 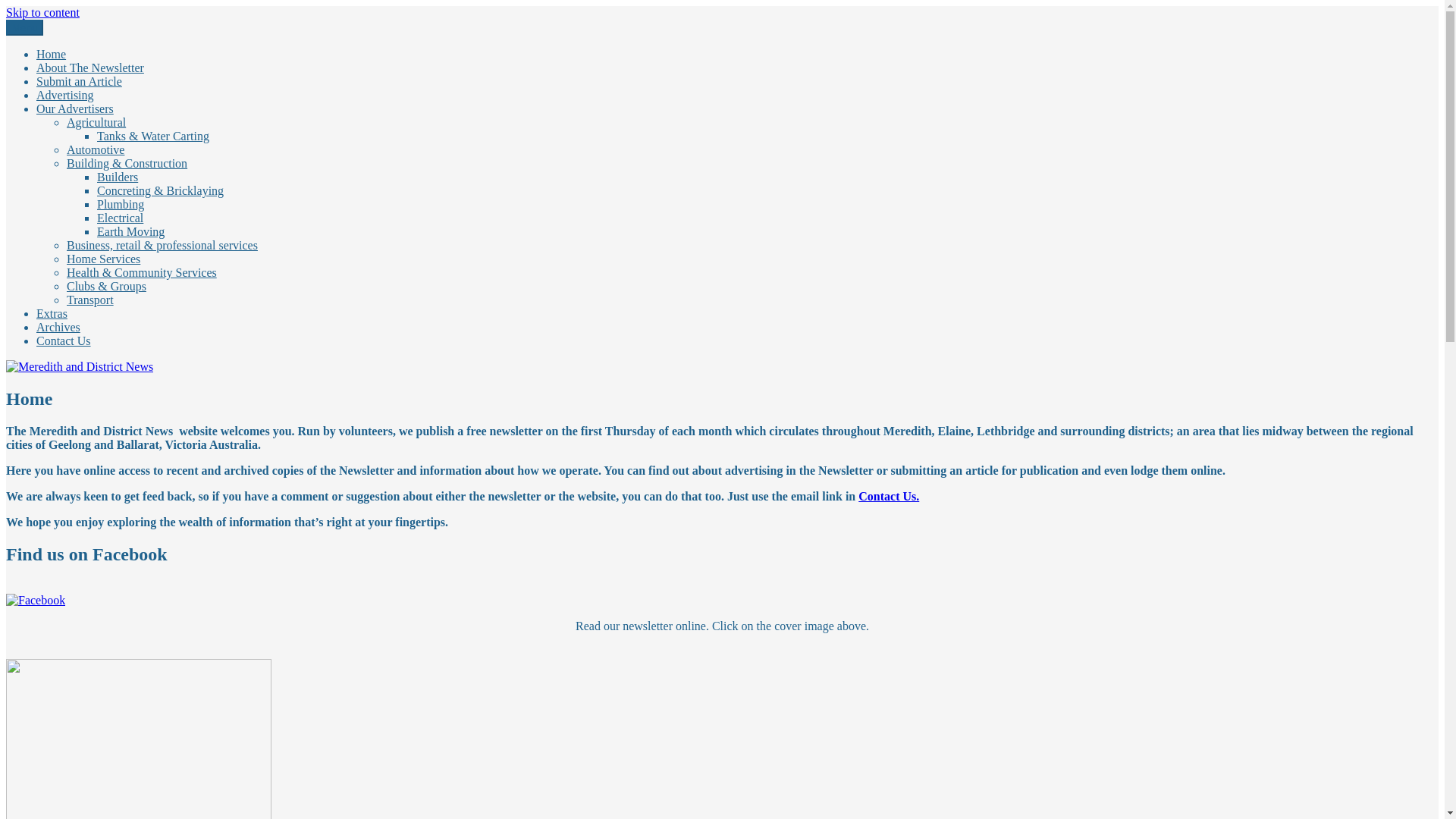 What do you see at coordinates (51, 53) in the screenshot?
I see `'Home'` at bounding box center [51, 53].